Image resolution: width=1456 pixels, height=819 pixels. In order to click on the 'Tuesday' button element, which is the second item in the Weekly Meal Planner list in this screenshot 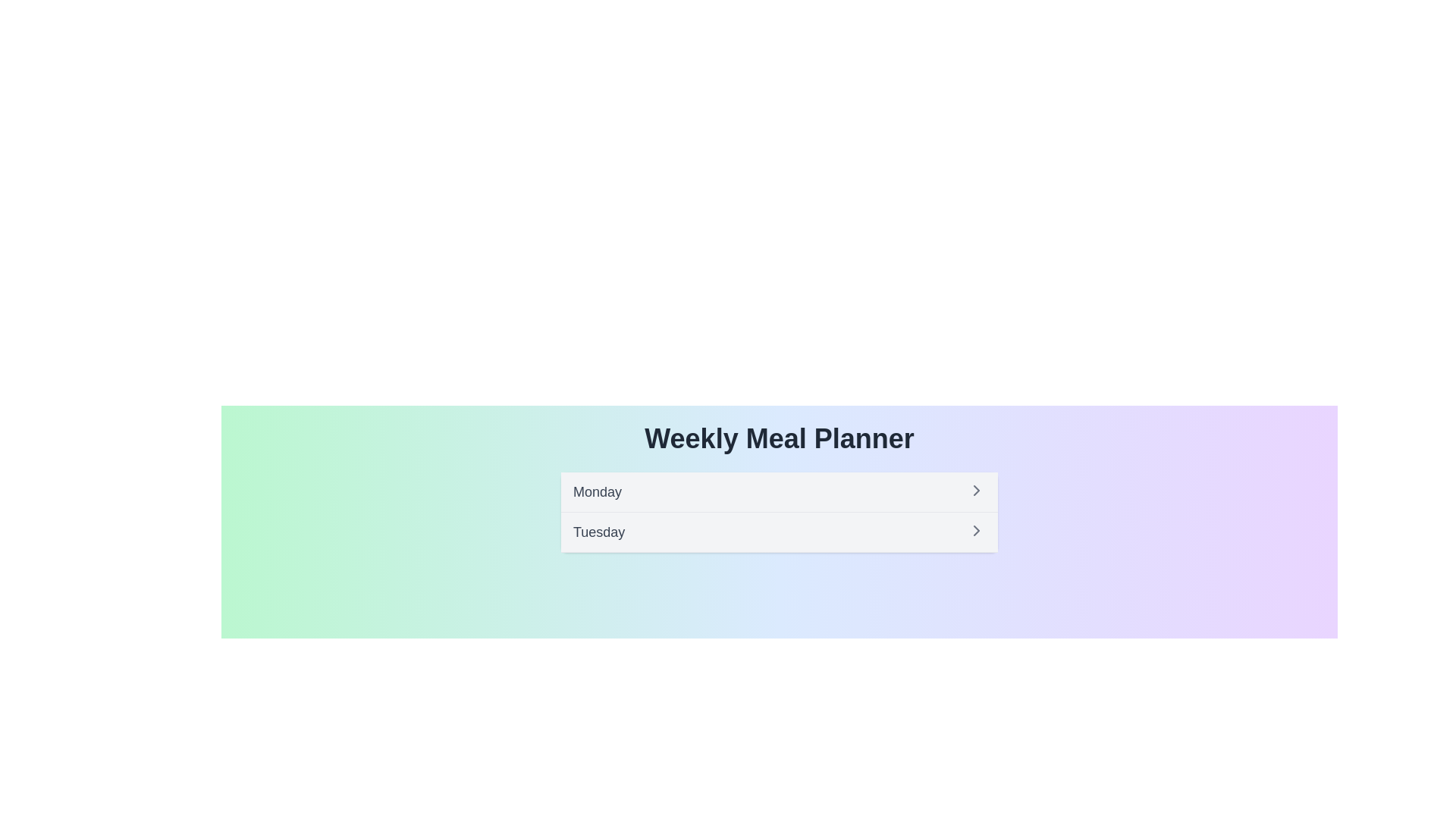, I will do `click(779, 532)`.